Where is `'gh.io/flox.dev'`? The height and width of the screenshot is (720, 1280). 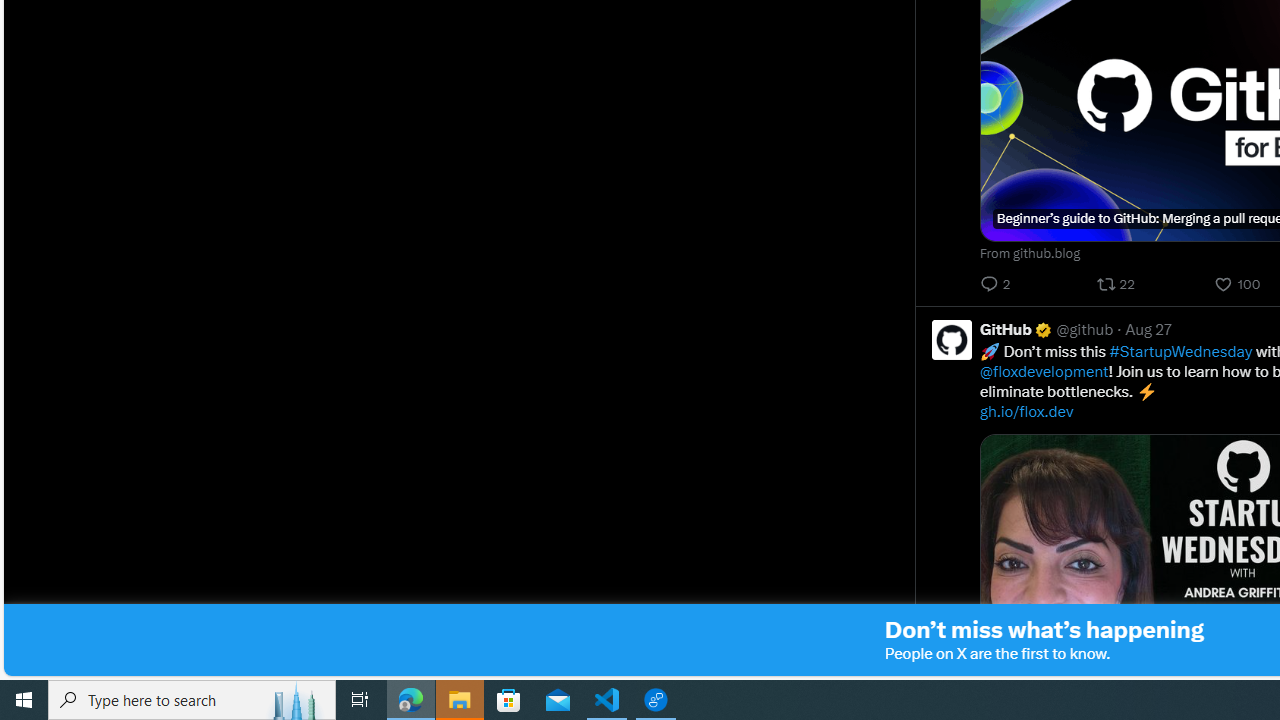 'gh.io/flox.dev' is located at coordinates (1027, 410).